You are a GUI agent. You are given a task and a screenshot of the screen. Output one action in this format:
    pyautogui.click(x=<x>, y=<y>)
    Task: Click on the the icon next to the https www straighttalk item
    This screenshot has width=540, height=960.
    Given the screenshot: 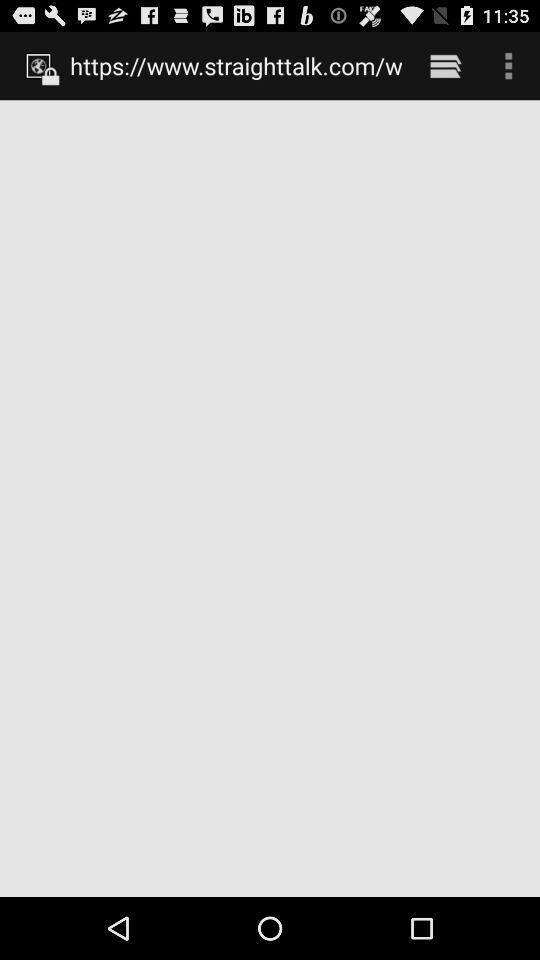 What is the action you would take?
    pyautogui.click(x=445, y=65)
    